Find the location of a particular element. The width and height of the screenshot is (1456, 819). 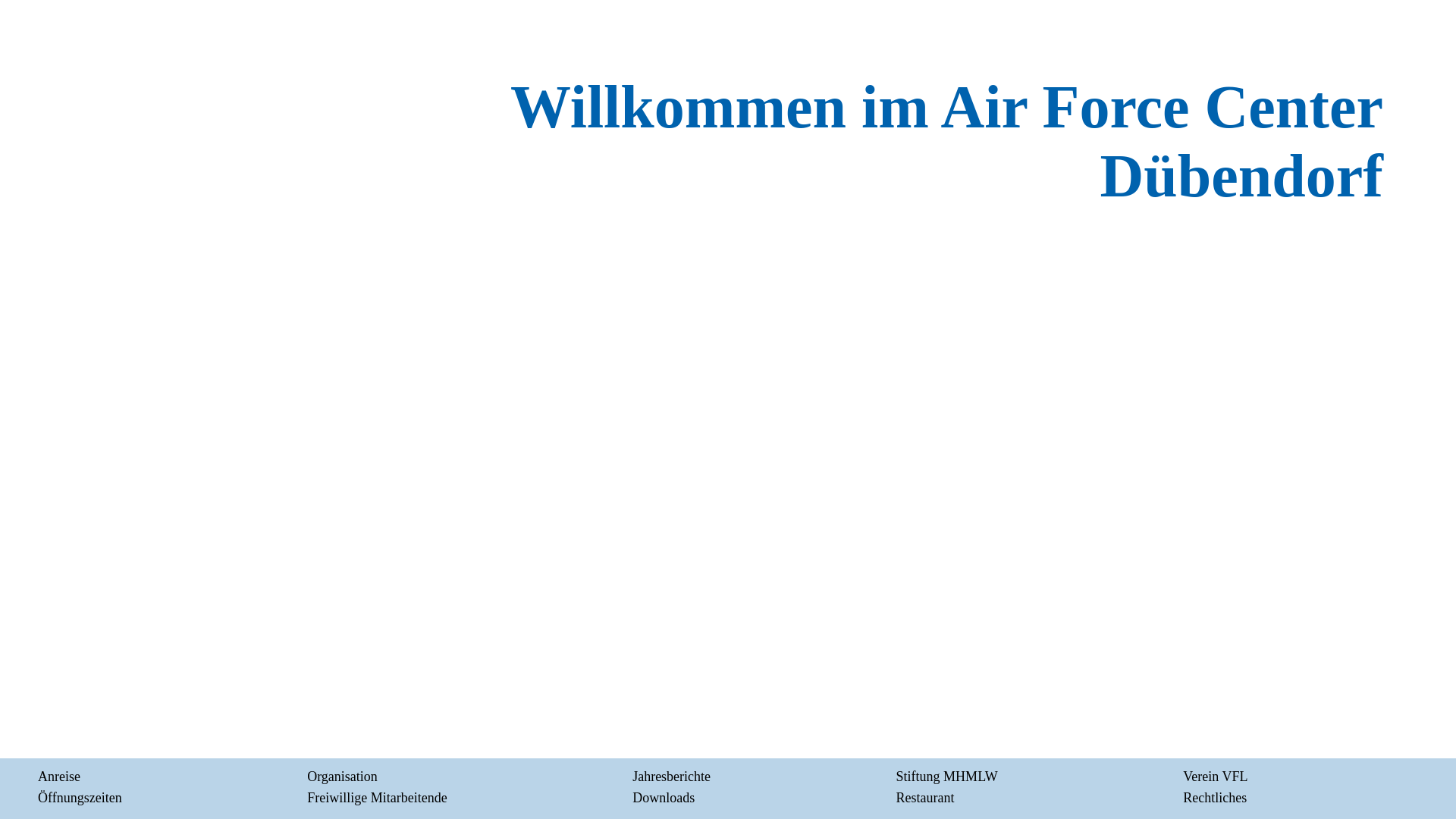

'Jahresberichte' is located at coordinates (632, 776).